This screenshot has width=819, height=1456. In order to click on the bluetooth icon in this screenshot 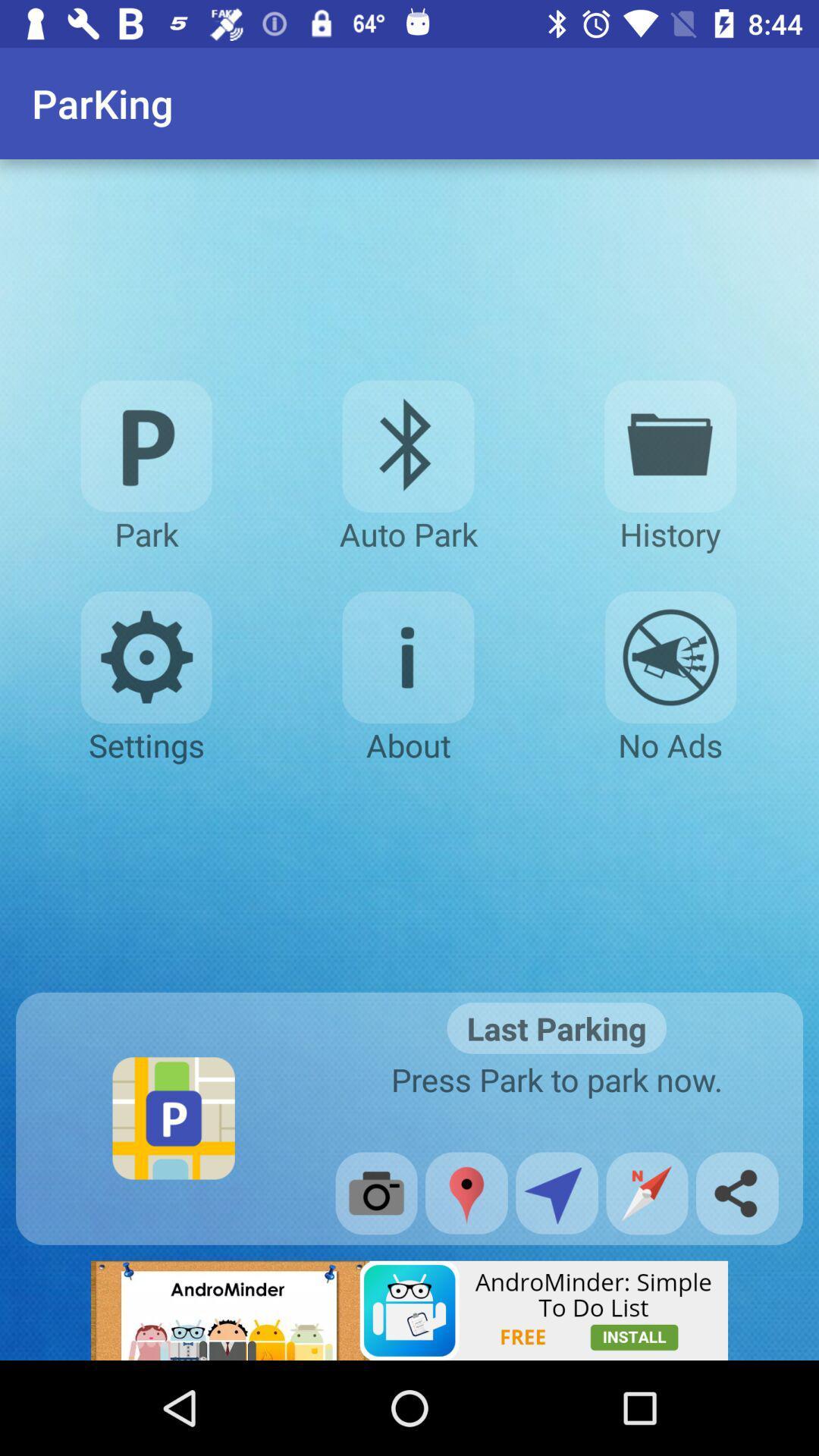, I will do `click(407, 445)`.